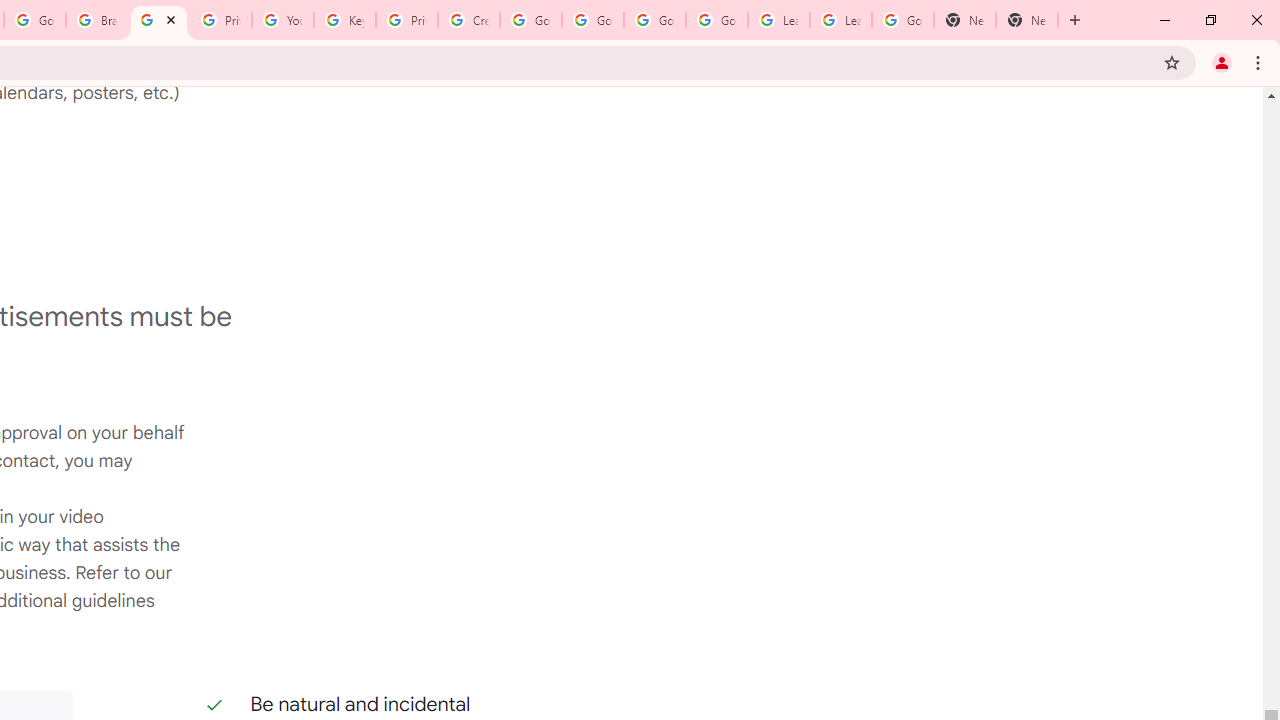  I want to click on 'Google Account', so click(902, 20).